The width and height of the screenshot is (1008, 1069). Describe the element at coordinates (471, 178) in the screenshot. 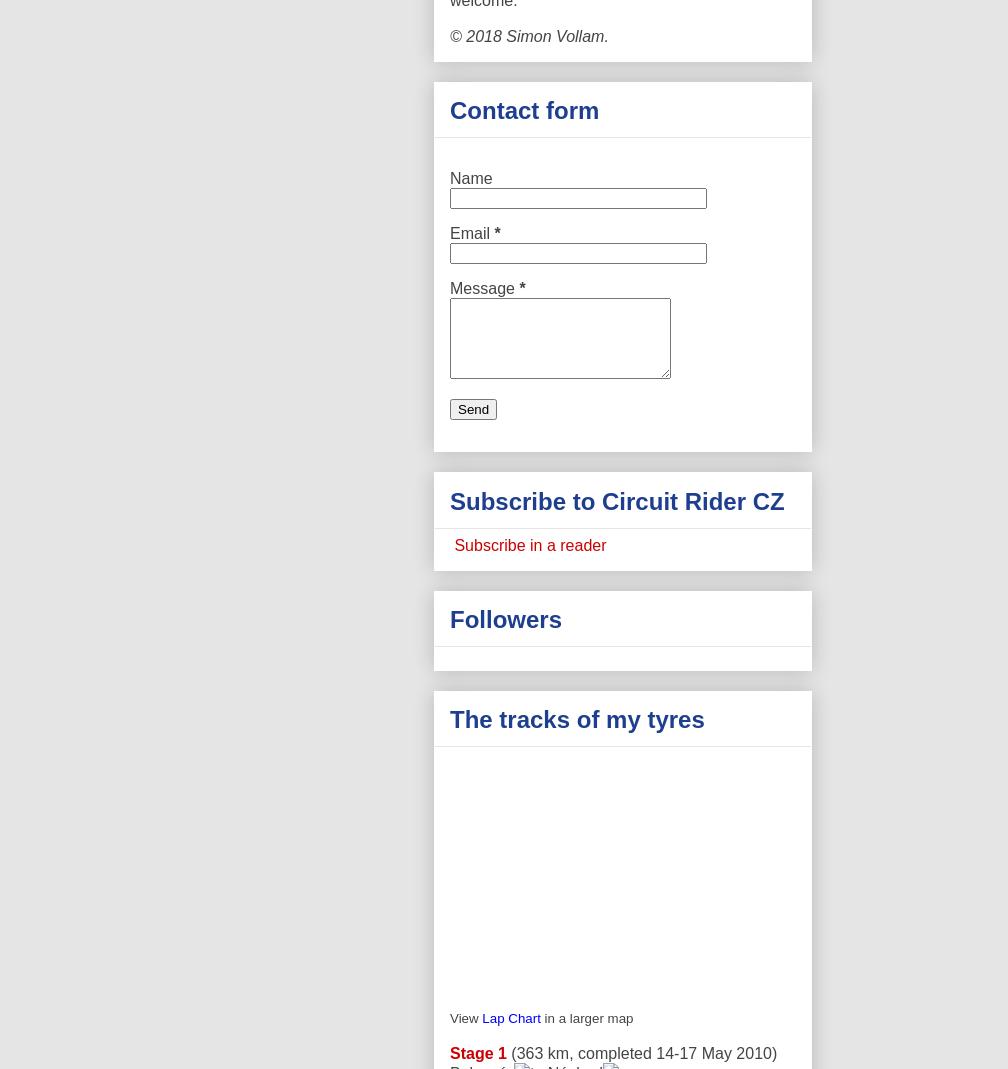

I see `'Name'` at that location.